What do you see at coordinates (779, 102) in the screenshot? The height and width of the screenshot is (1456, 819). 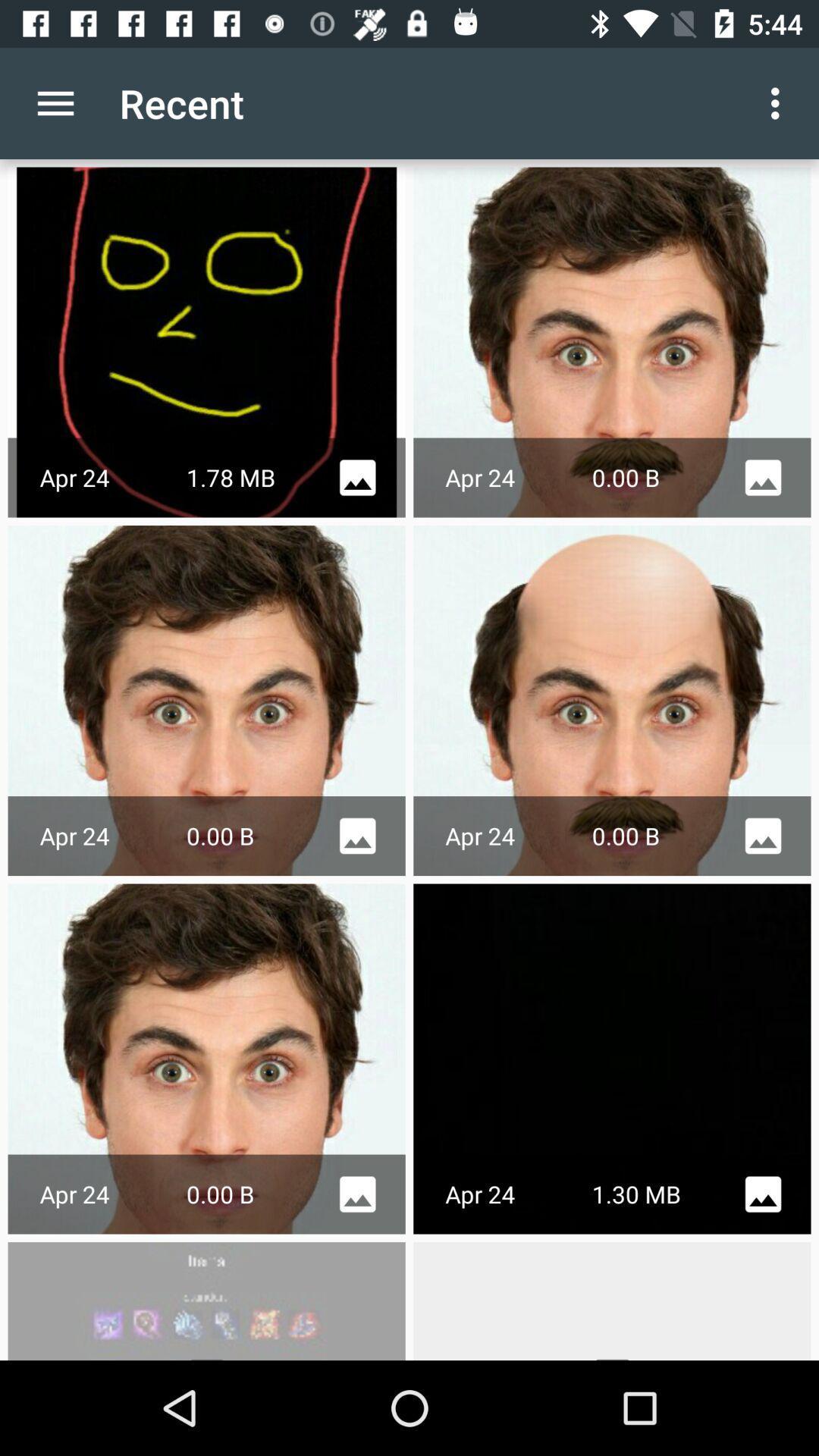 I see `the app to the right of recent item` at bounding box center [779, 102].